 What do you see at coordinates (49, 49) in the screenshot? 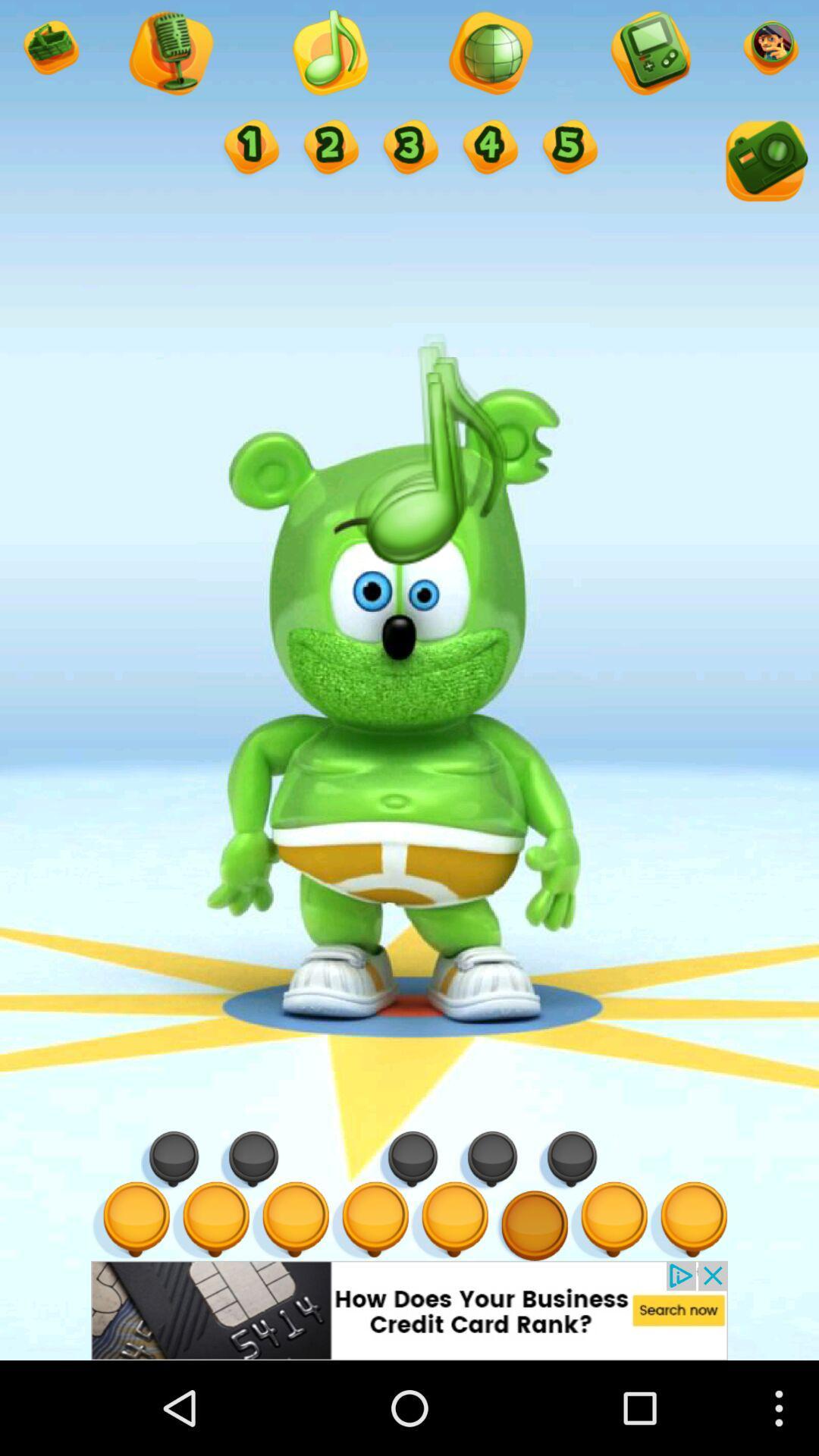
I see `open shop` at bounding box center [49, 49].